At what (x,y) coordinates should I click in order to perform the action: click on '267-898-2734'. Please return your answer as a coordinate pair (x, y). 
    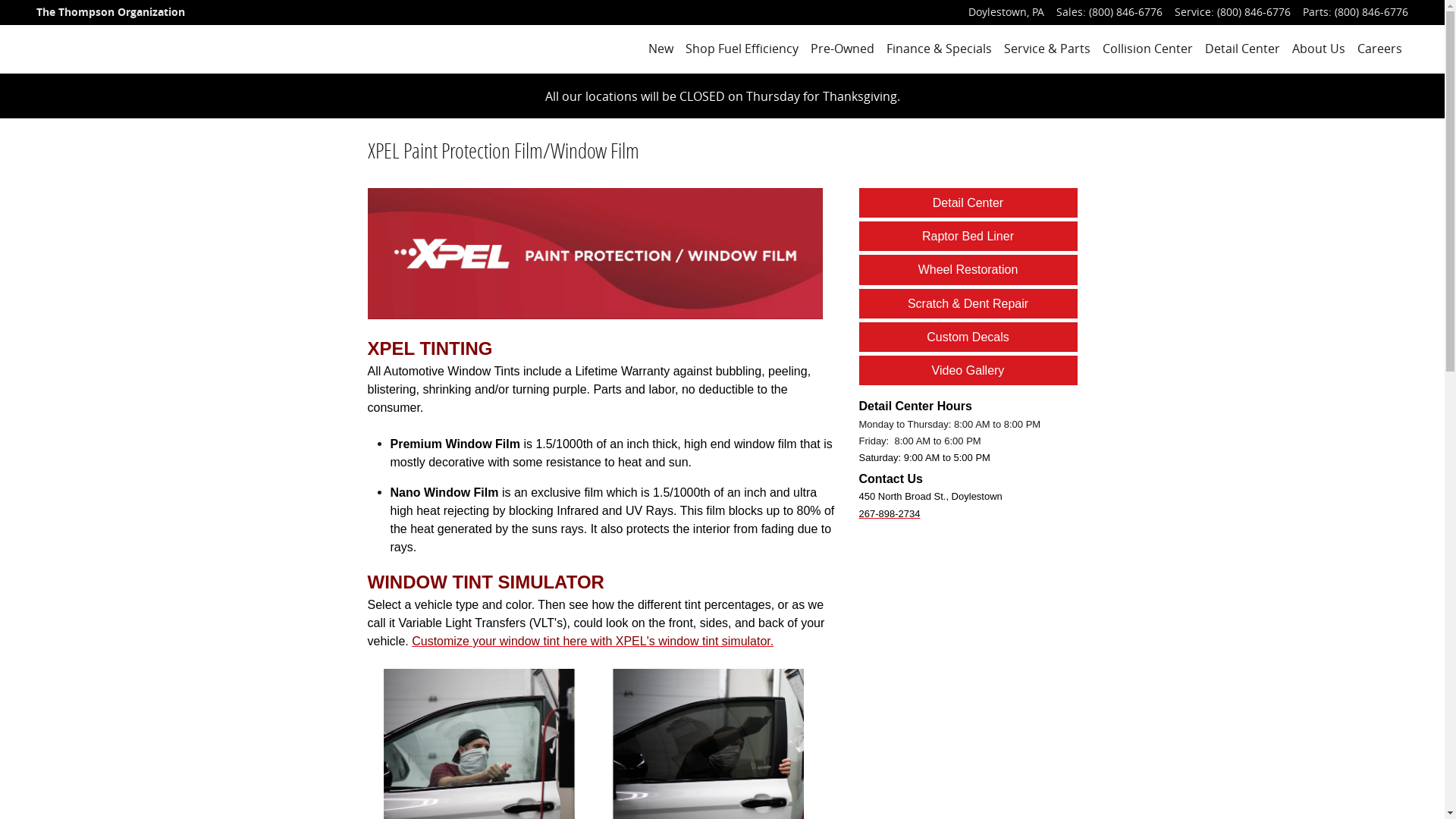
    Looking at the image, I should click on (889, 512).